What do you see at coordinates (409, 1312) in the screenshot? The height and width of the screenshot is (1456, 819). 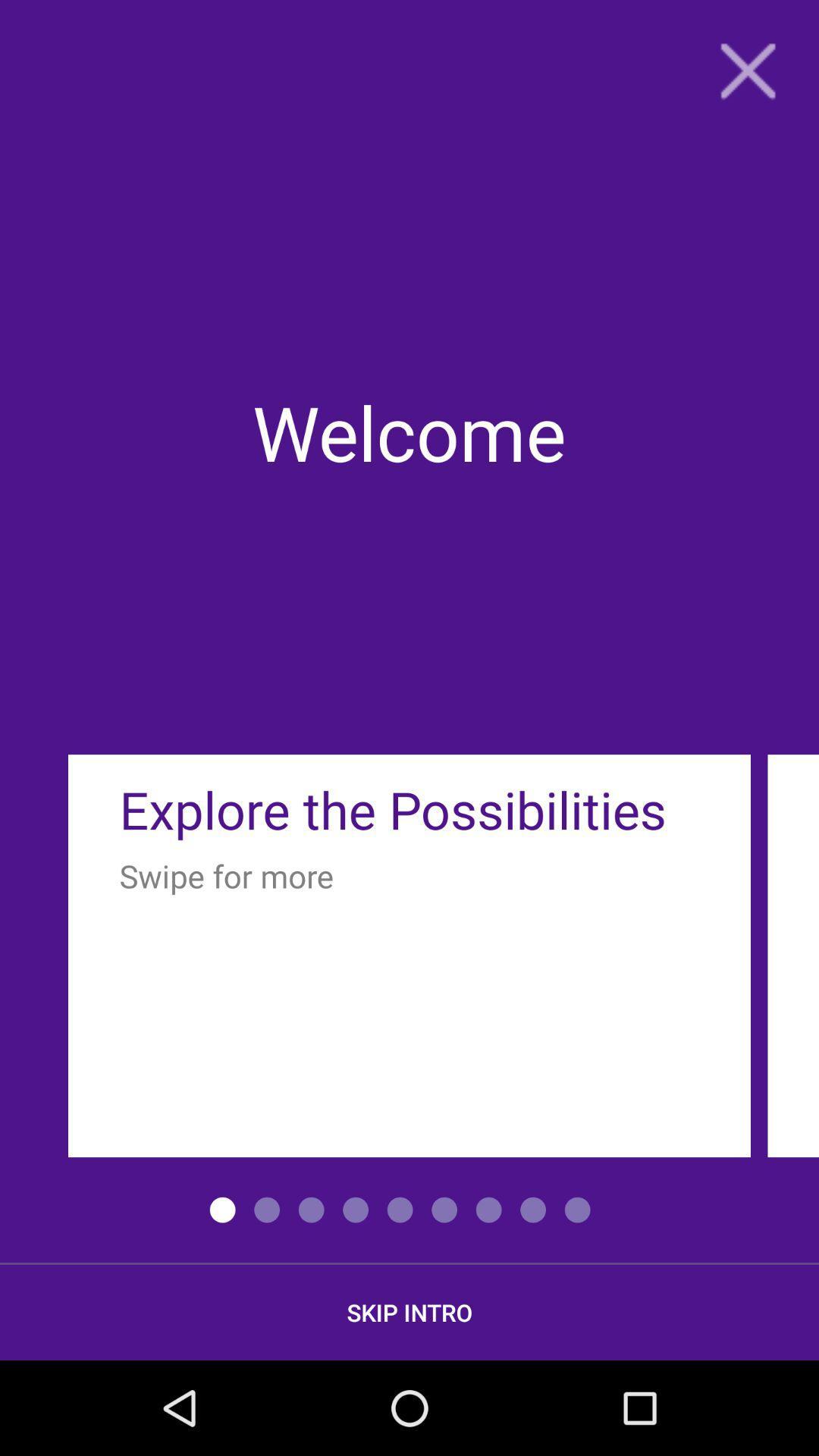 I see `the skip intro icon` at bounding box center [409, 1312].